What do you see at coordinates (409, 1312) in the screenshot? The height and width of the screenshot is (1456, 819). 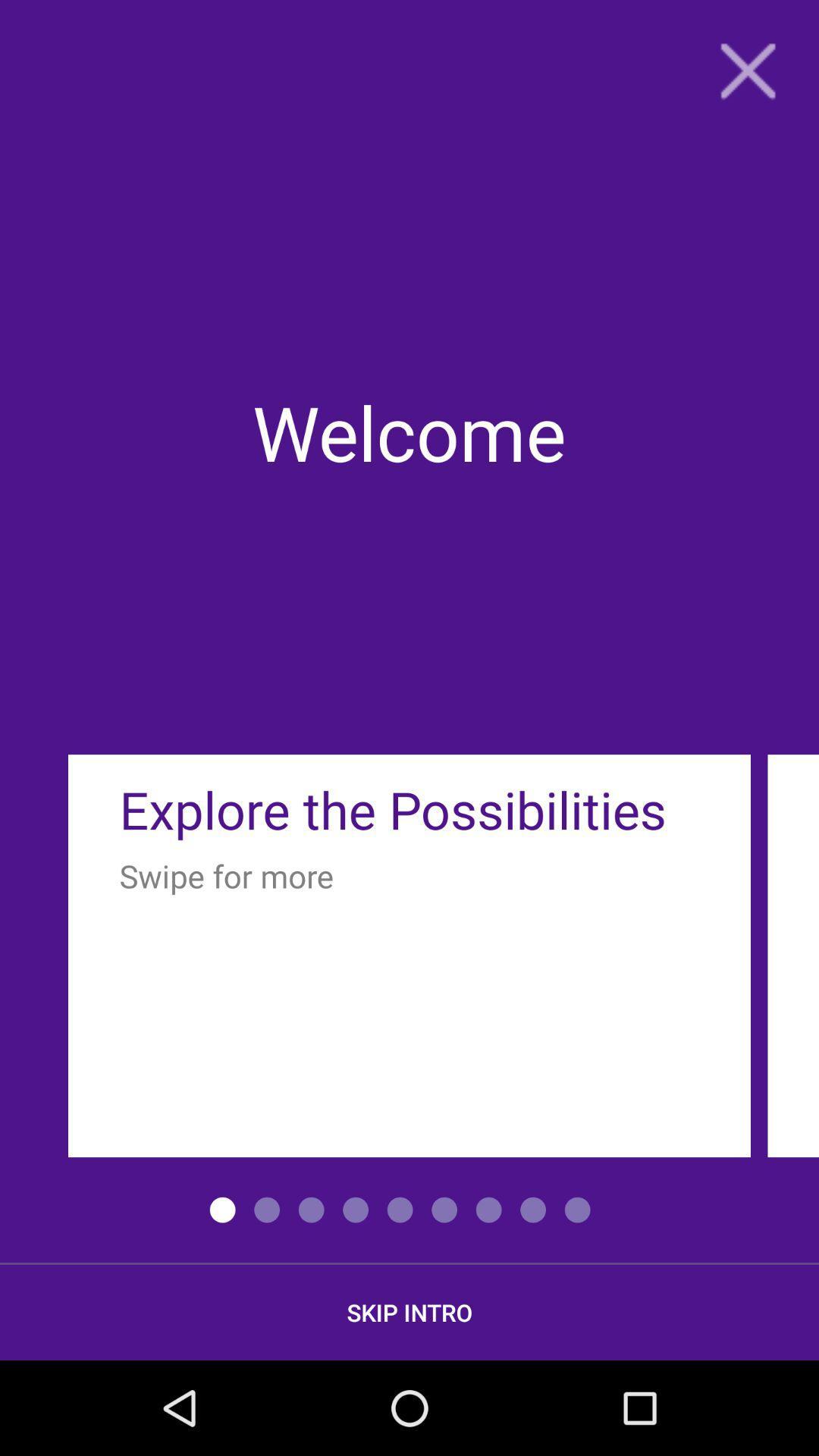 I see `the skip intro icon` at bounding box center [409, 1312].